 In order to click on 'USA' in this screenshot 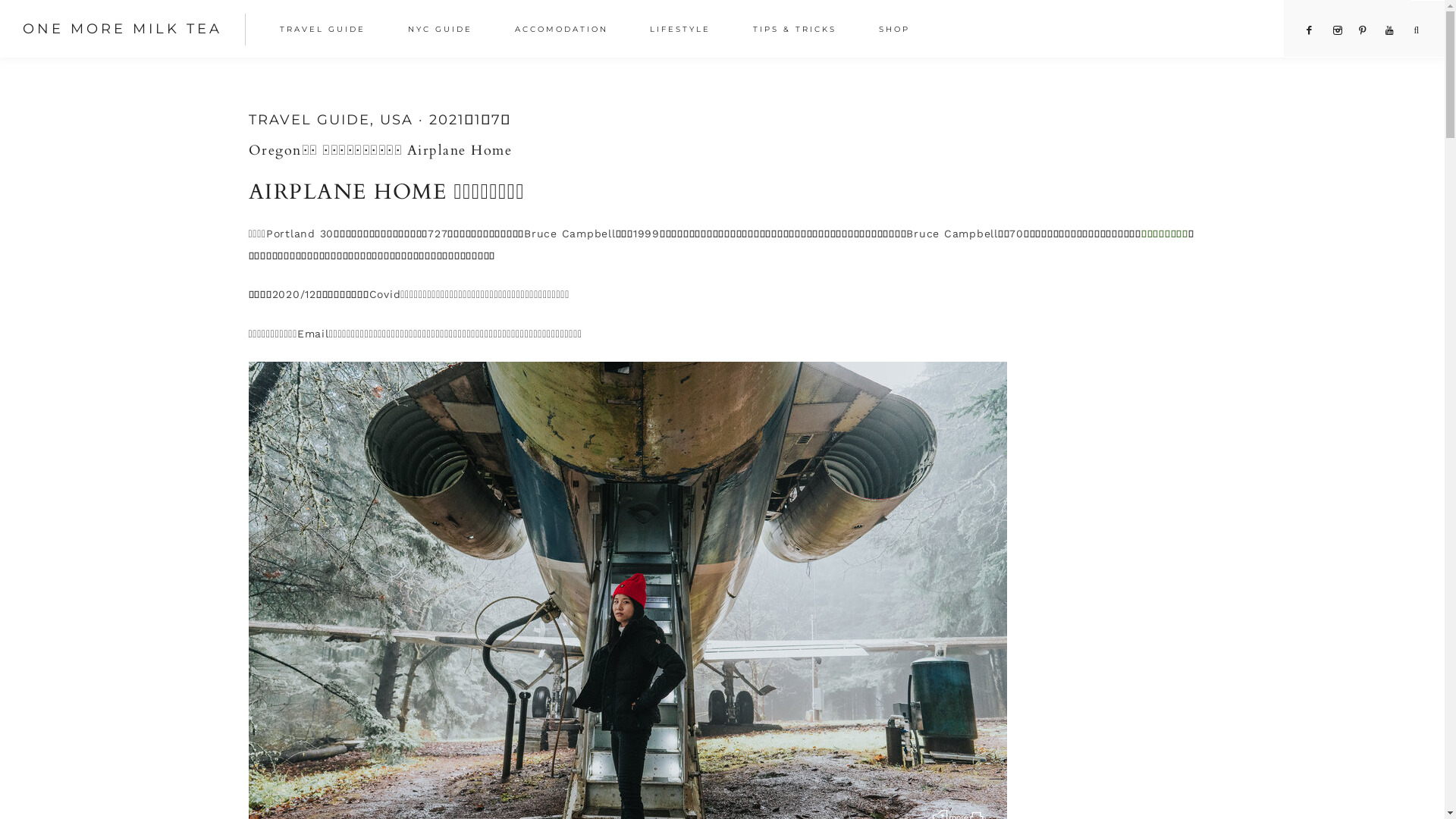, I will do `click(396, 119)`.